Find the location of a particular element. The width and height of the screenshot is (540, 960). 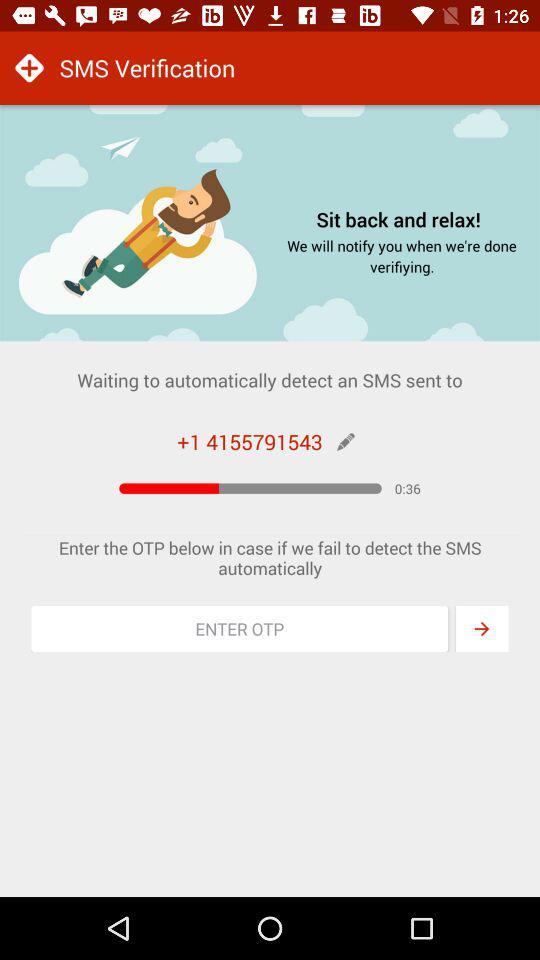

enter is located at coordinates (481, 628).